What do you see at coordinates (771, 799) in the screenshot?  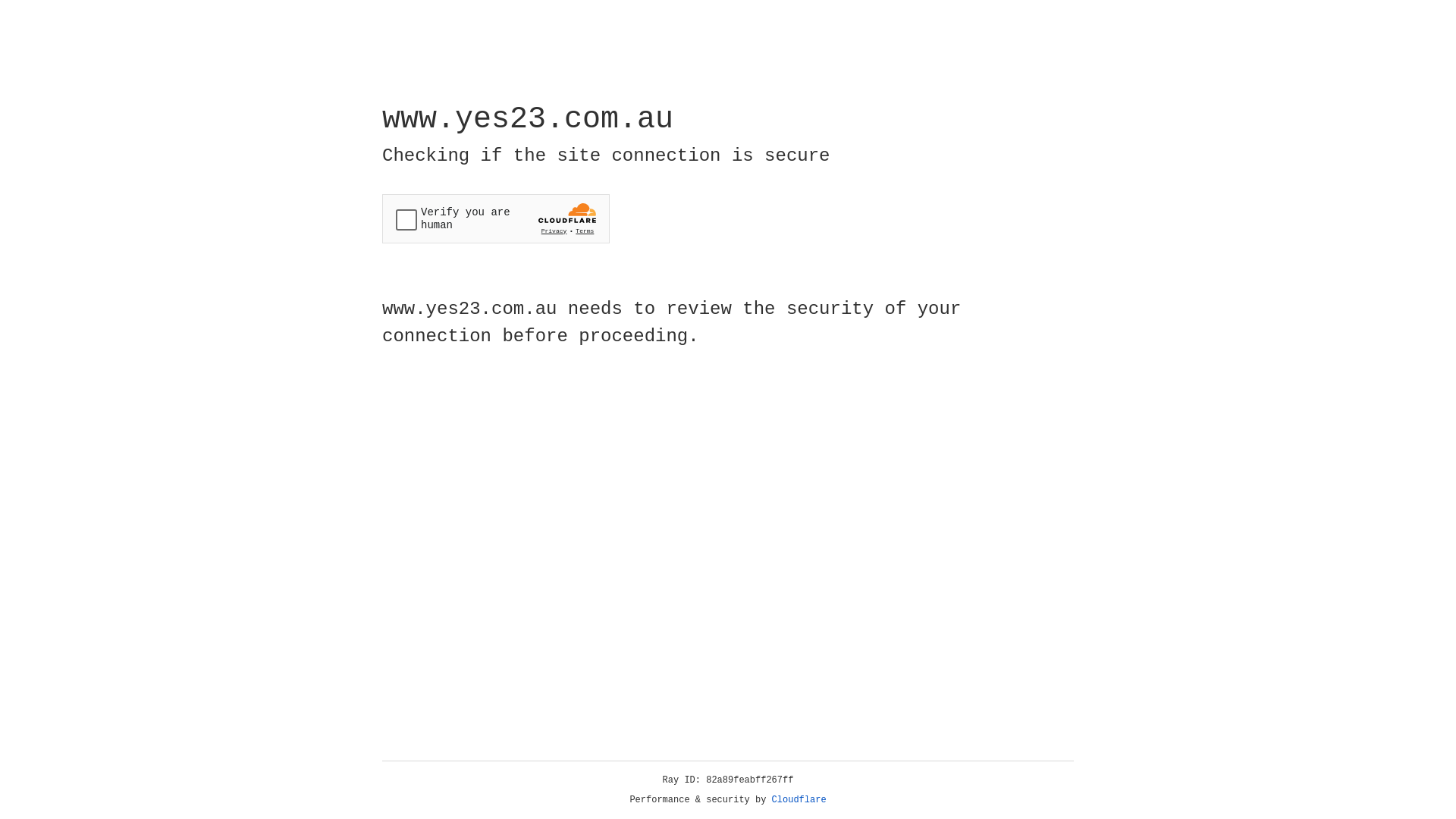 I see `'Cloudflare'` at bounding box center [771, 799].